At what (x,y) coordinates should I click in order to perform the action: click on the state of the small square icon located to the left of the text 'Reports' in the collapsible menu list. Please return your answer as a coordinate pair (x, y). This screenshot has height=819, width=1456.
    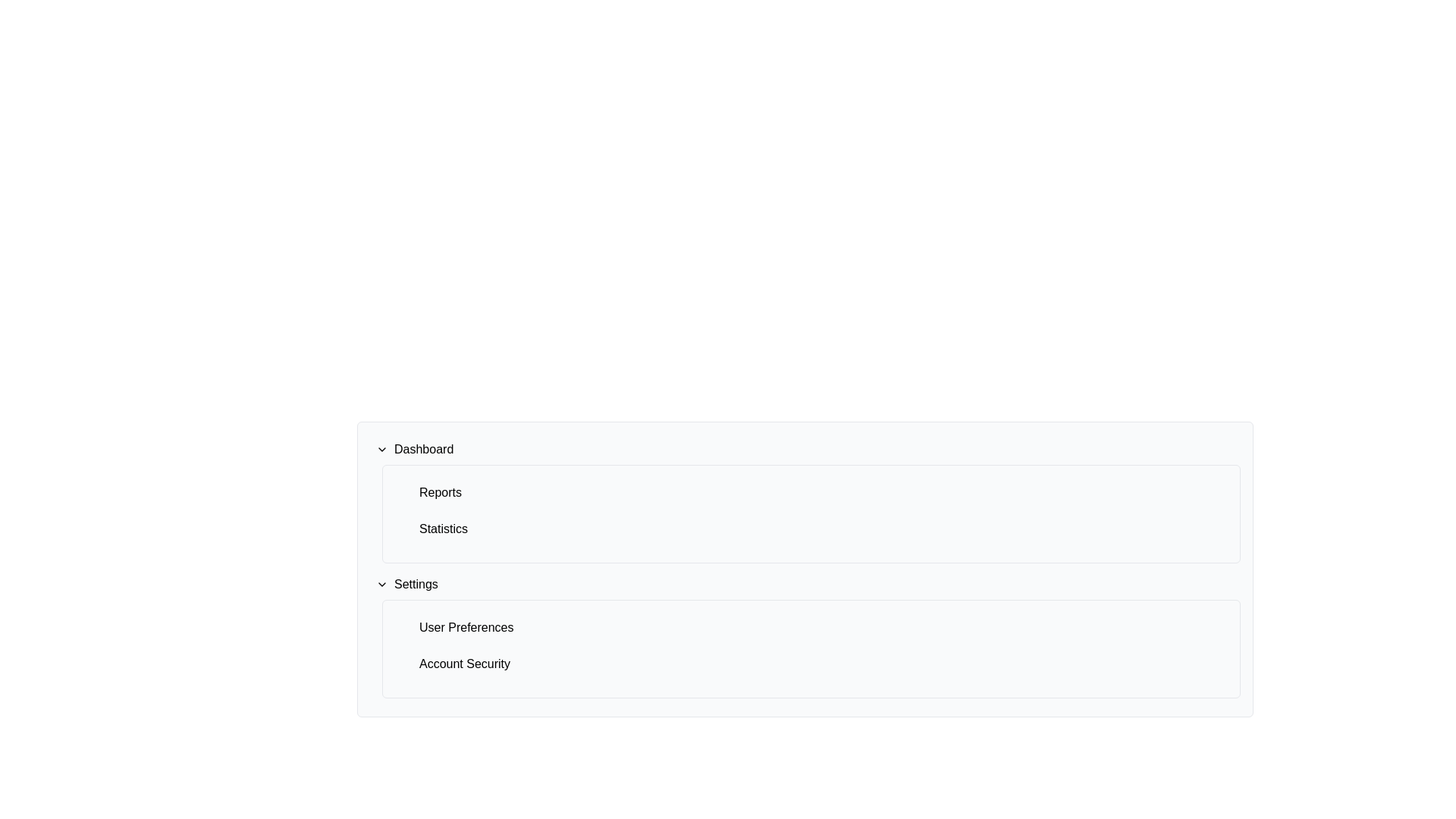
    Looking at the image, I should click on (407, 493).